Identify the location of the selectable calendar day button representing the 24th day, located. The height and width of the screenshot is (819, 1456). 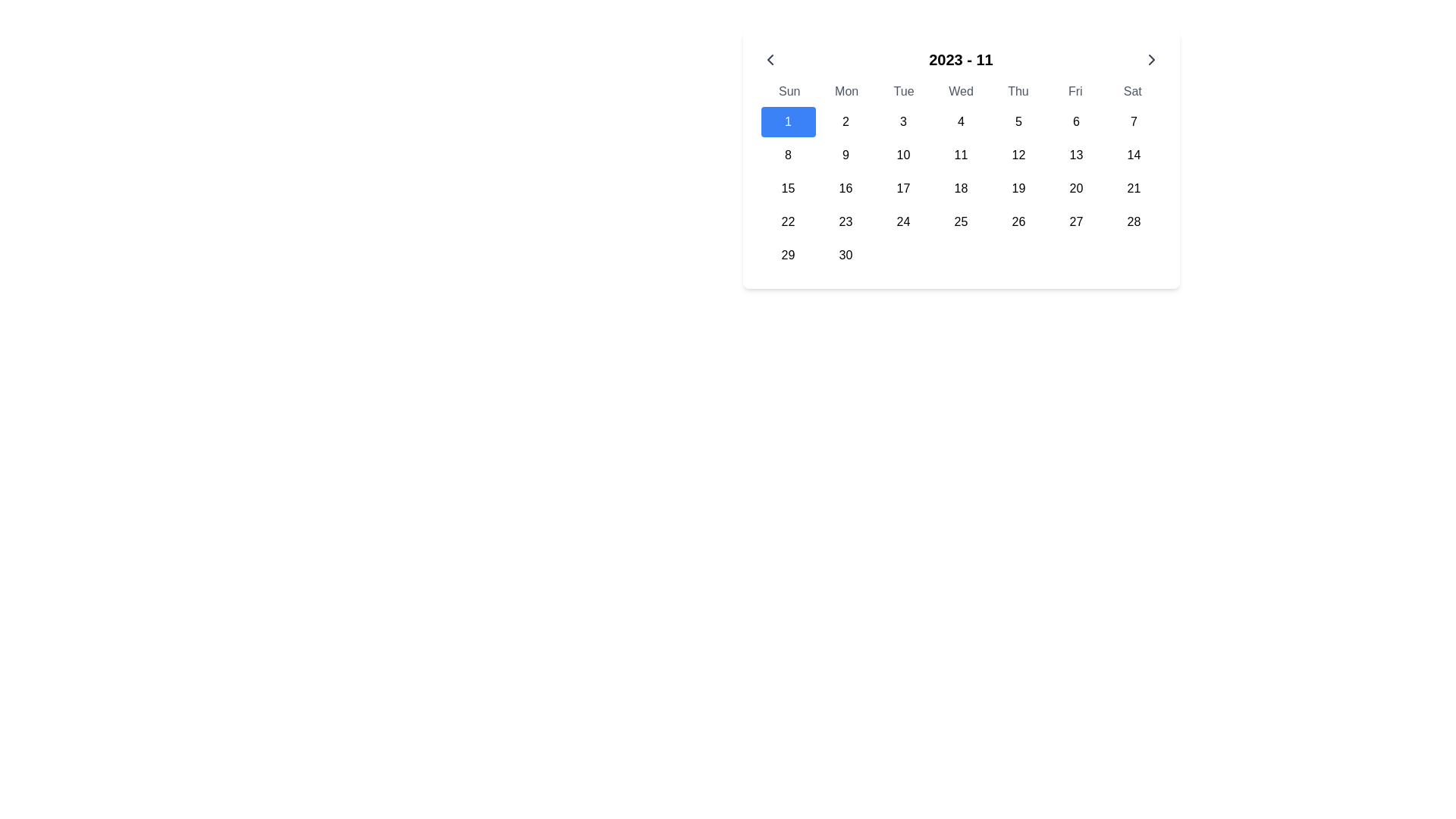
(903, 222).